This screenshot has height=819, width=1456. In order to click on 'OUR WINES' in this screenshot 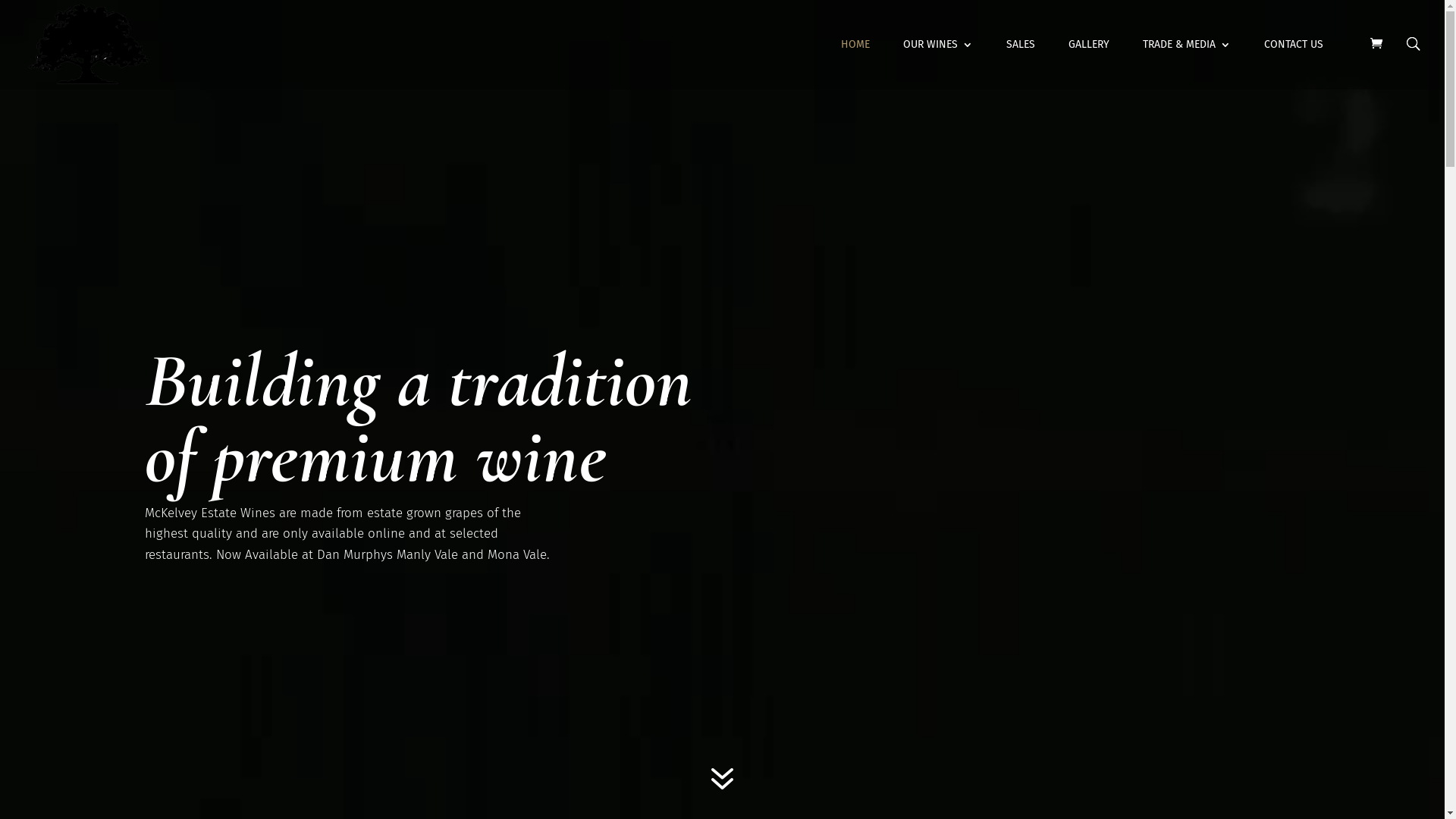, I will do `click(937, 63)`.